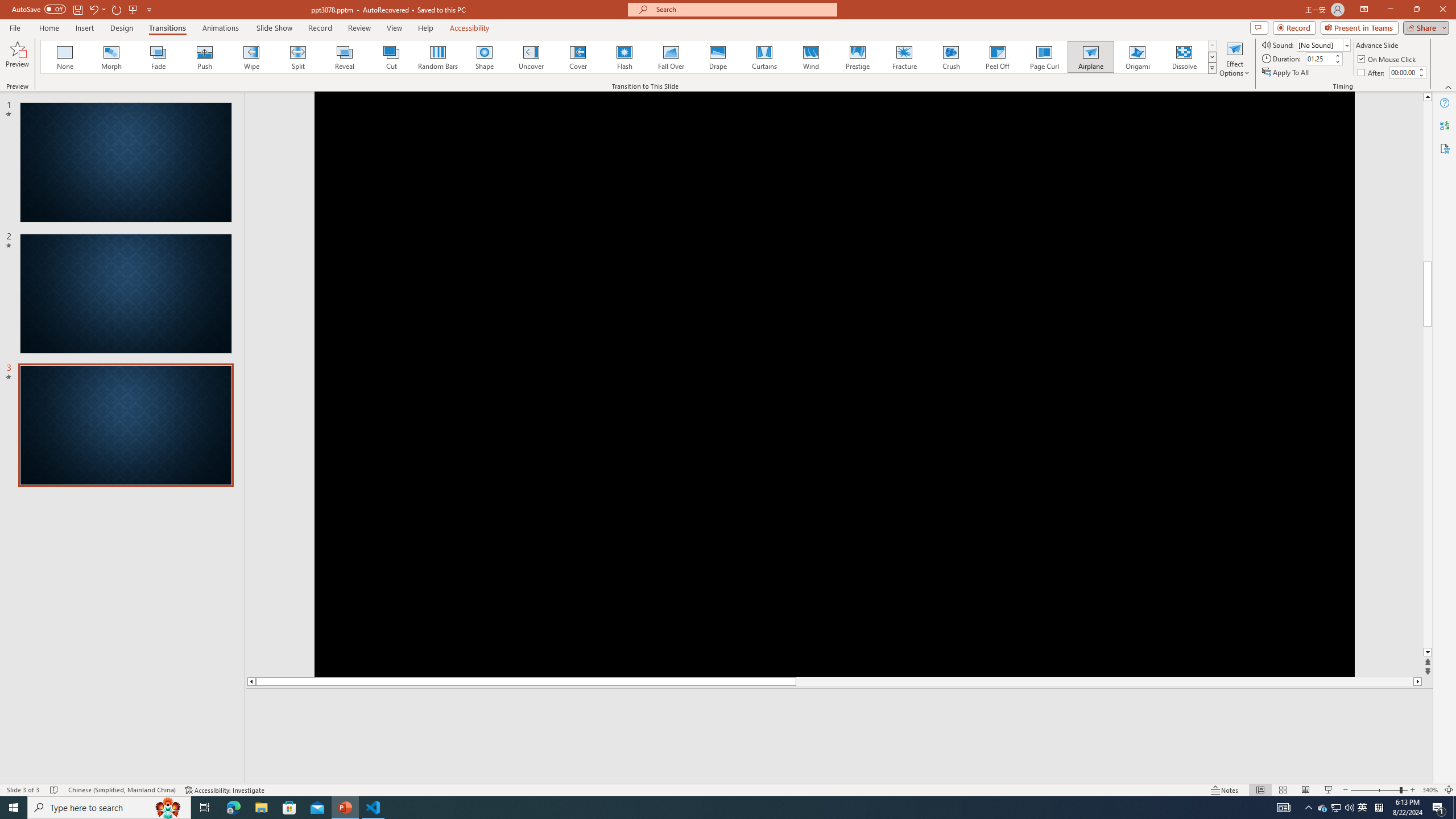 The height and width of the screenshot is (819, 1456). I want to click on 'Drape', so click(717, 56).